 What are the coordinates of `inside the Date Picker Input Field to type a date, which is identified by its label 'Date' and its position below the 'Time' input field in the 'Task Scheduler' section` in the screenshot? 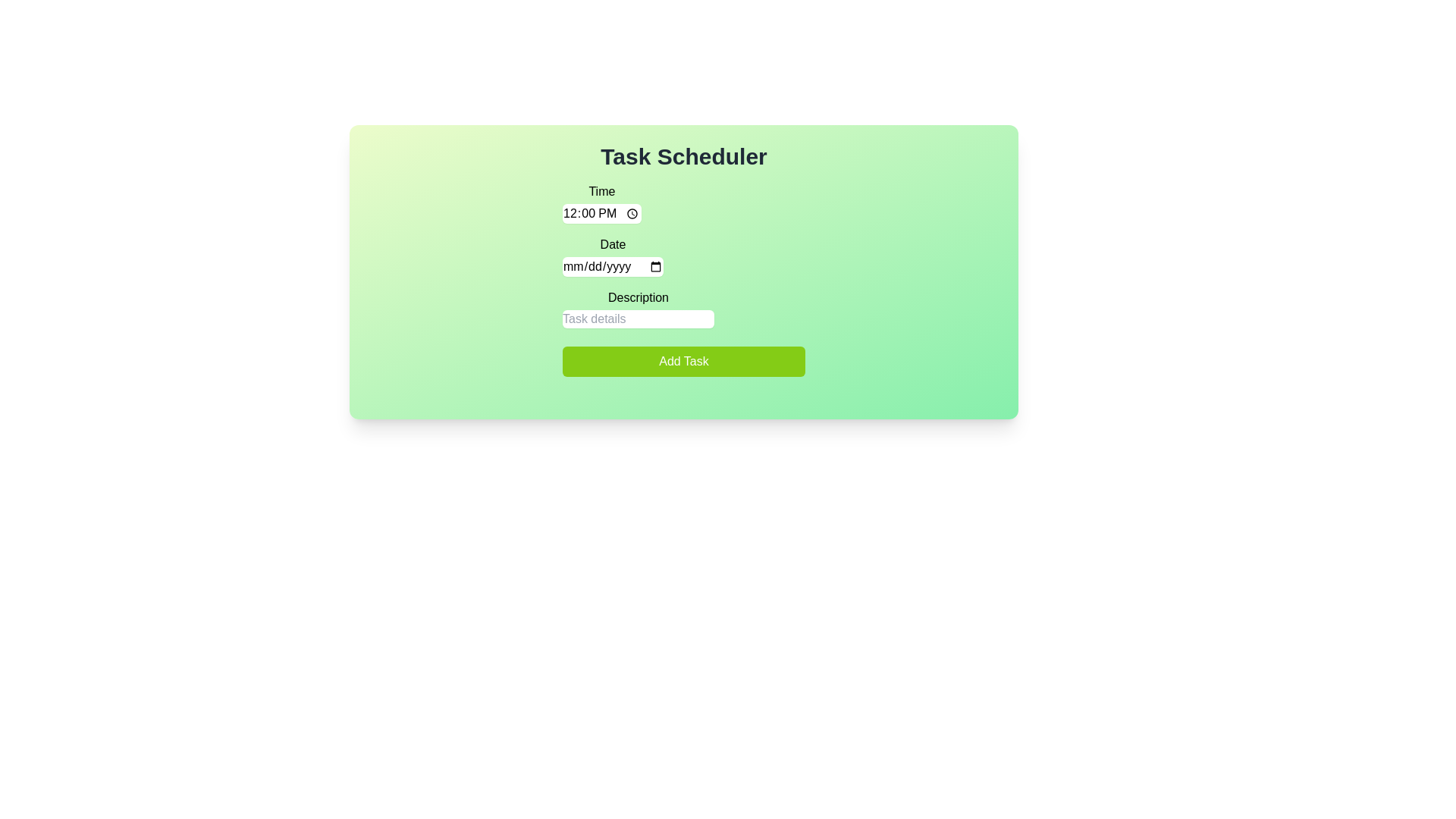 It's located at (613, 256).